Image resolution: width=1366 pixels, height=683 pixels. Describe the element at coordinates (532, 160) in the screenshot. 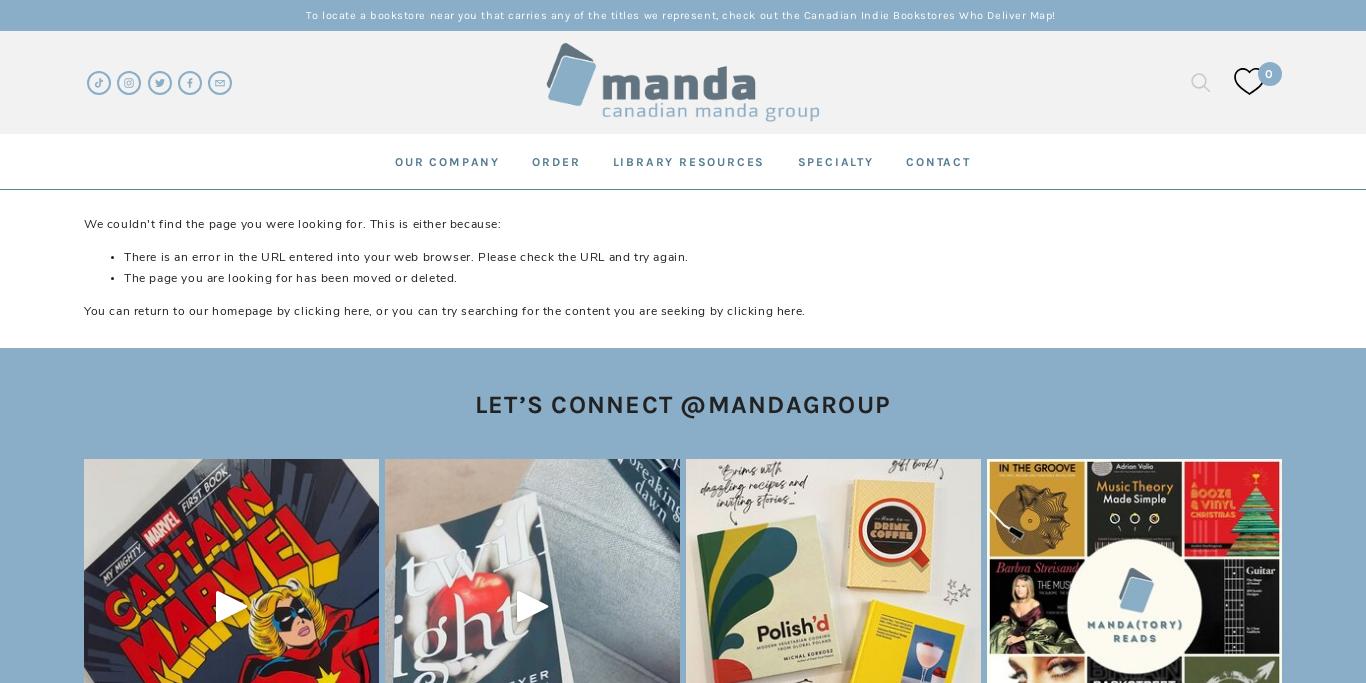

I see `'Order'` at that location.